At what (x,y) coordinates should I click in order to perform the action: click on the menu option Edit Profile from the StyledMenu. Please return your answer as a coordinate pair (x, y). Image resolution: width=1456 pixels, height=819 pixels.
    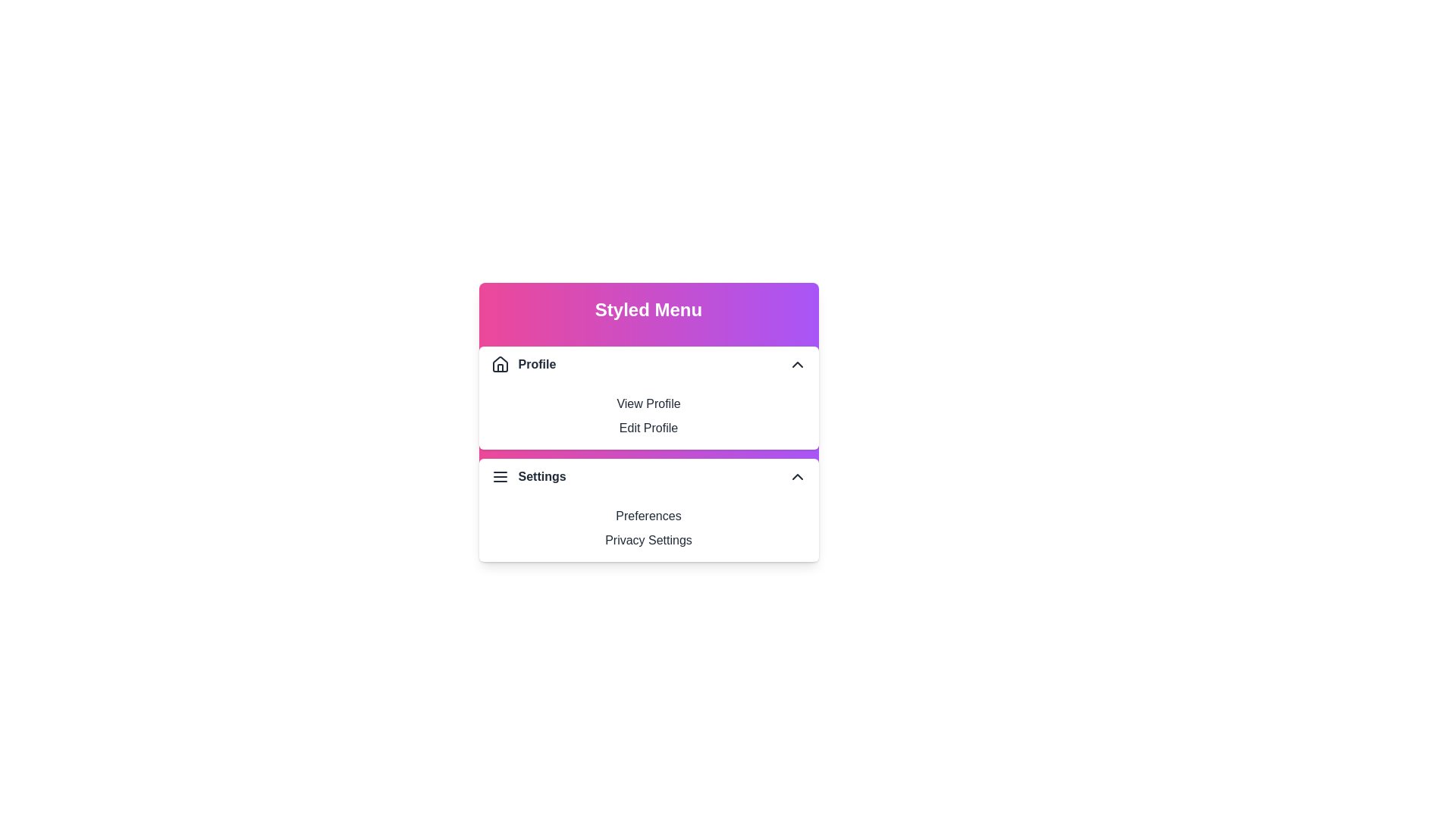
    Looking at the image, I should click on (648, 428).